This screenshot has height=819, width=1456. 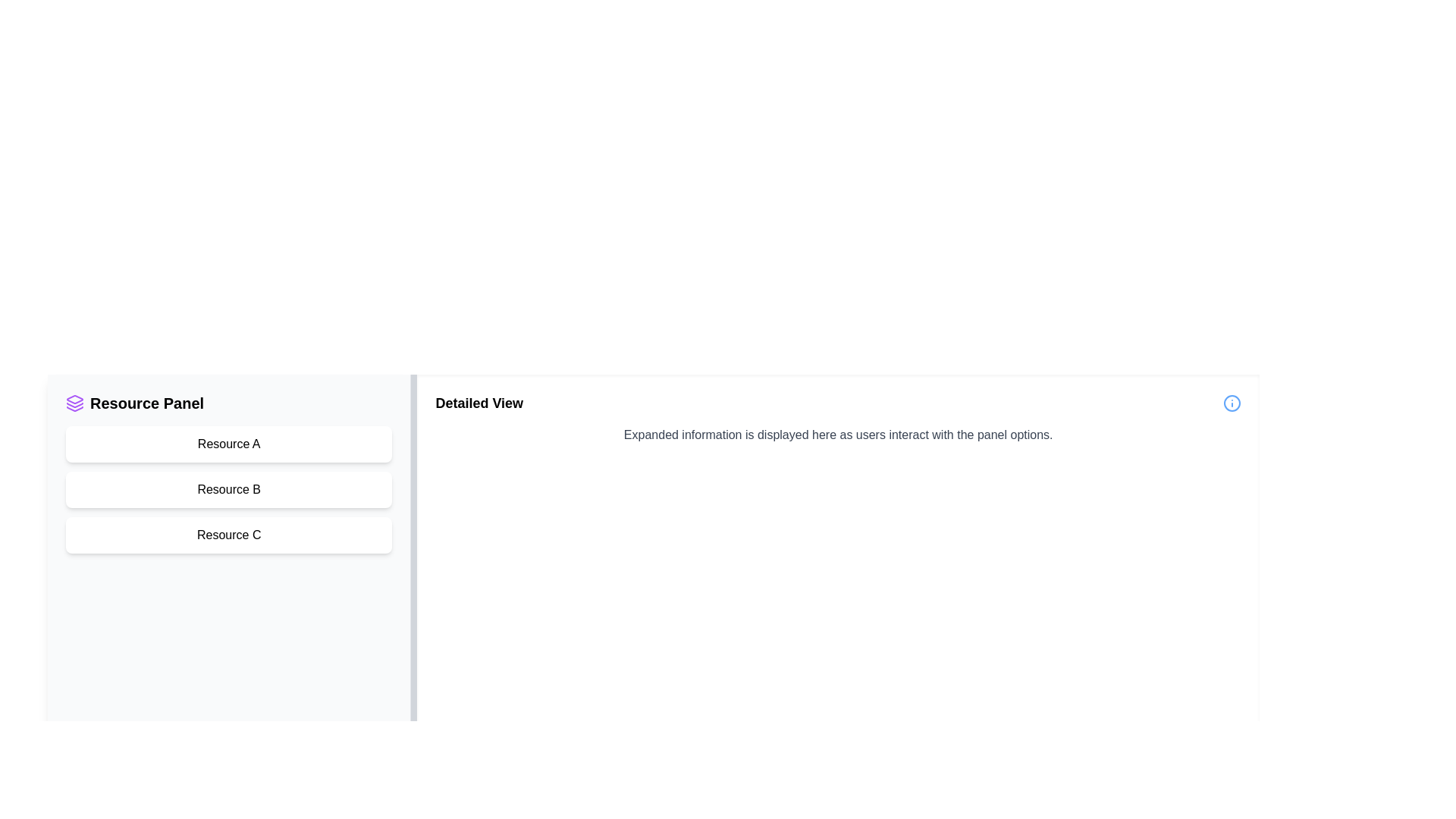 What do you see at coordinates (228, 444) in the screenshot?
I see `the first button labeled 'Resource A' in the vertically stacked list within the 'Resource Panel' sidebar` at bounding box center [228, 444].